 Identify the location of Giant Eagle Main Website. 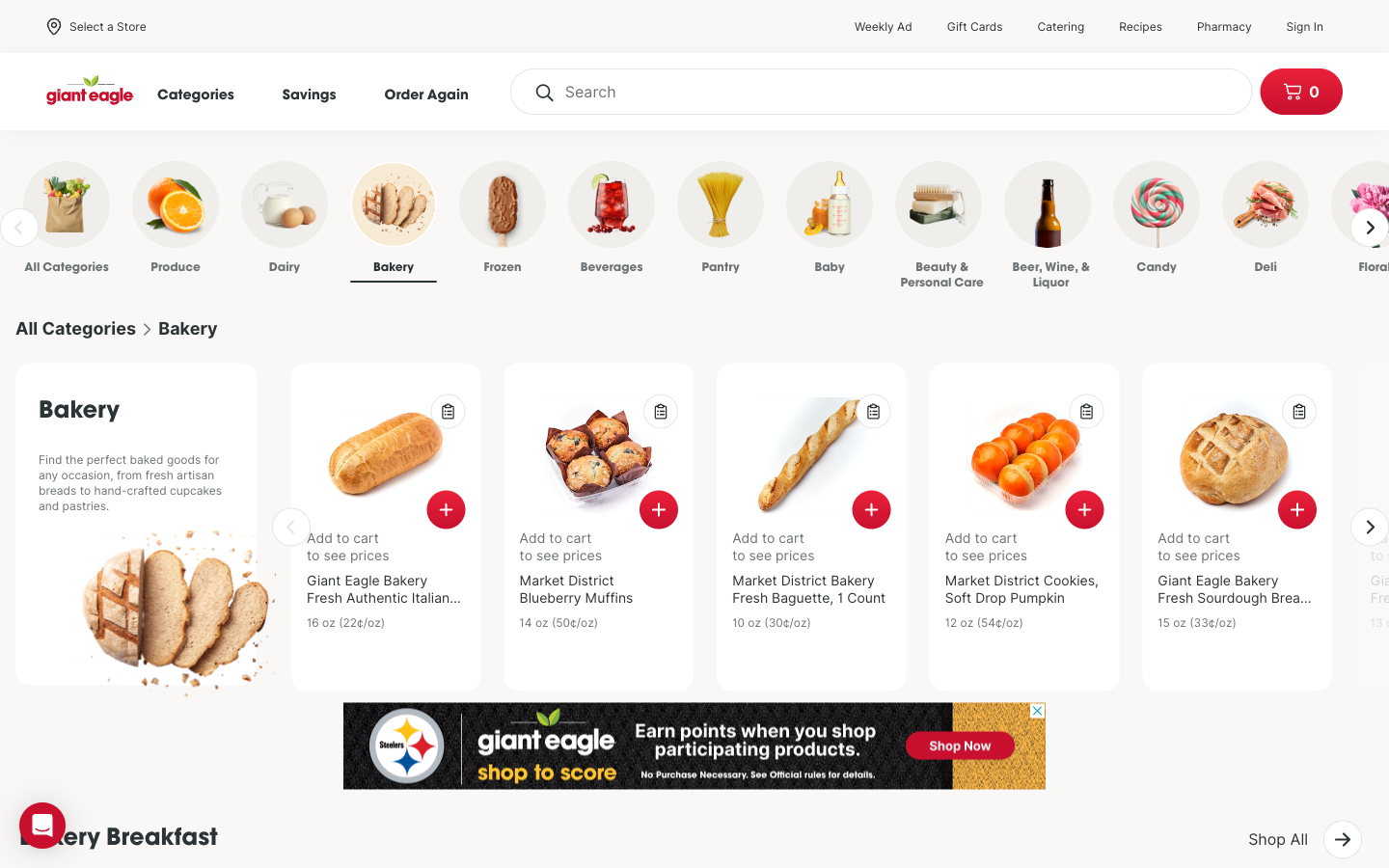
(91, 91).